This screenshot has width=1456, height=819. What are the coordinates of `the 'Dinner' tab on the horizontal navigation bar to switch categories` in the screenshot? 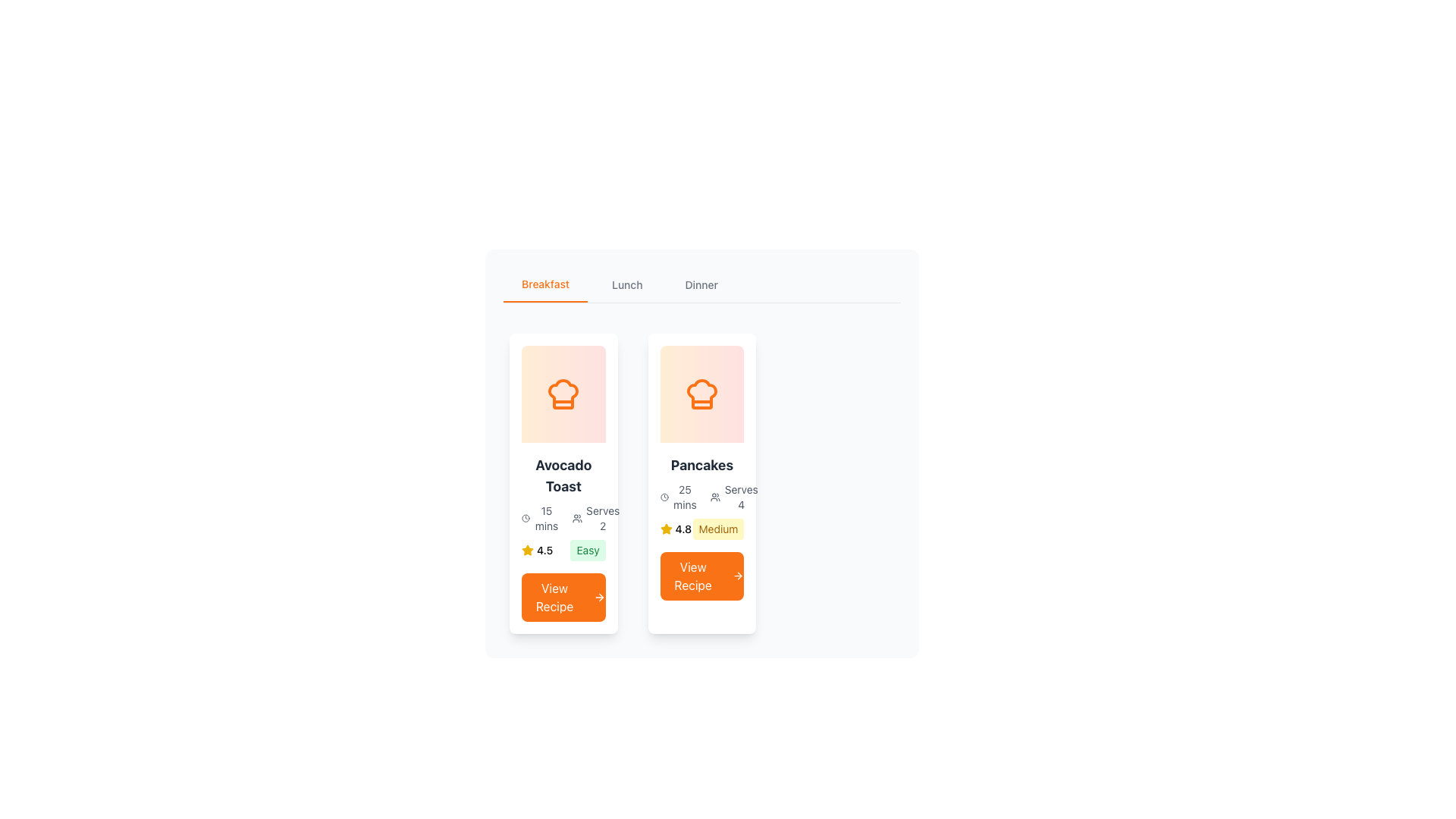 It's located at (701, 284).